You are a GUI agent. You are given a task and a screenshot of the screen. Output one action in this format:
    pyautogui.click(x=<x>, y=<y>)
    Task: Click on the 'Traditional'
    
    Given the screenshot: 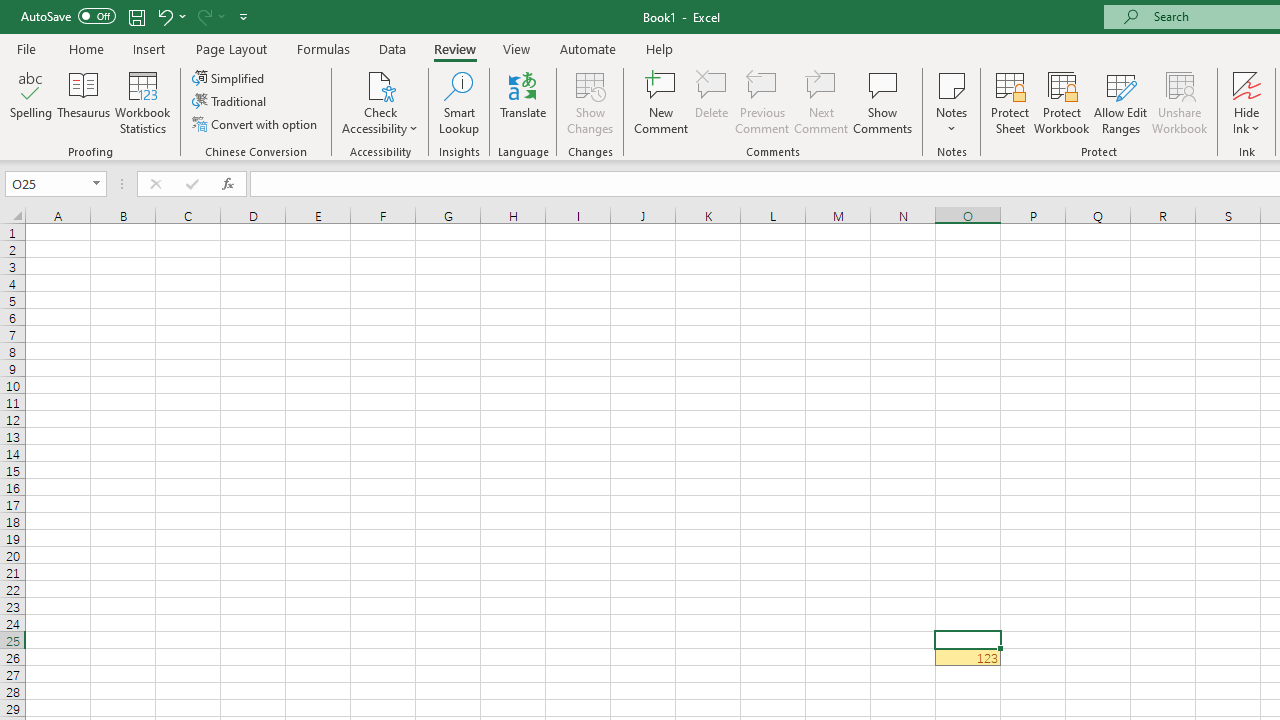 What is the action you would take?
    pyautogui.click(x=231, y=101)
    